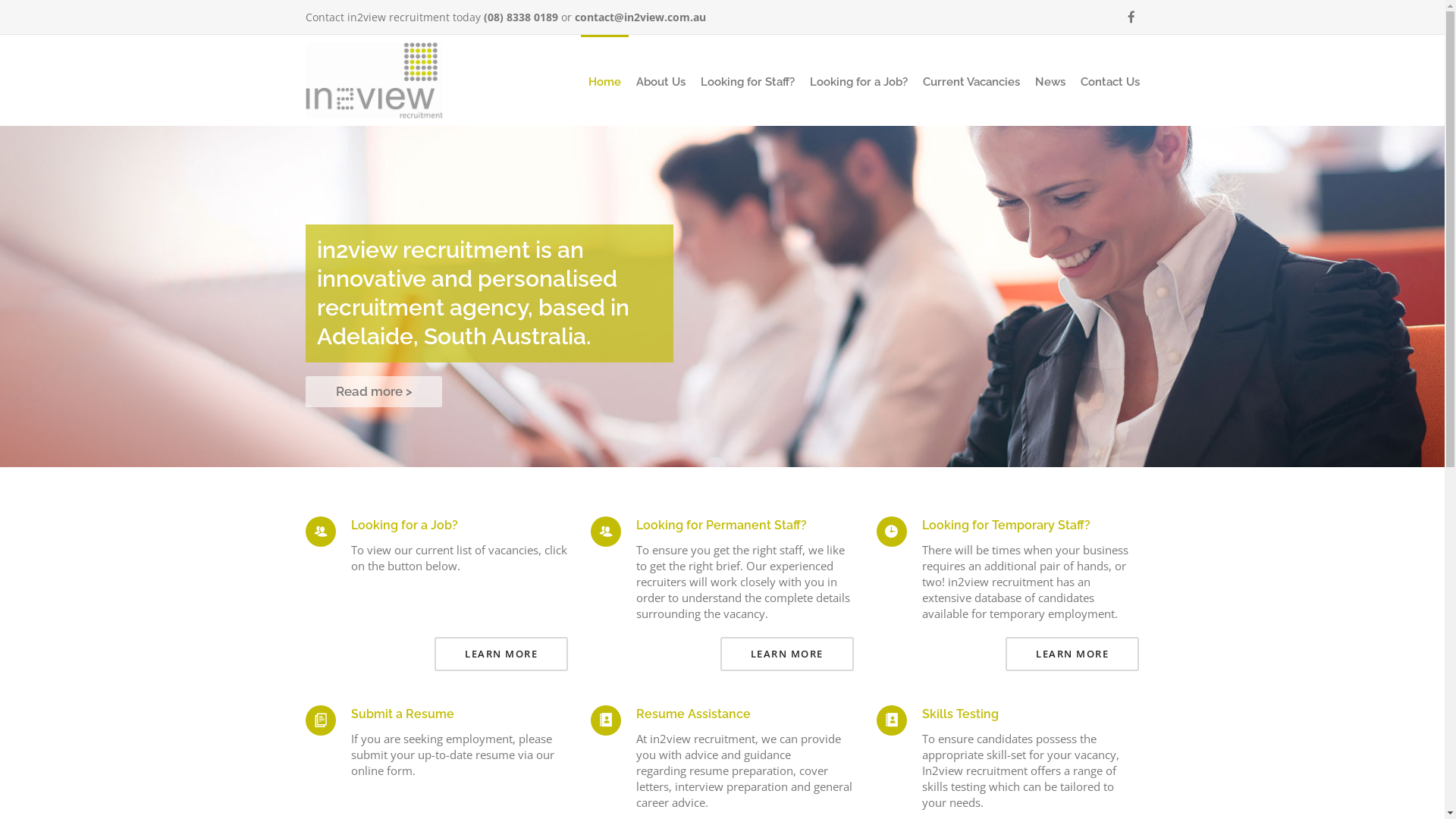 The width and height of the screenshot is (1456, 819). What do you see at coordinates (747, 82) in the screenshot?
I see `'Looking for Staff?'` at bounding box center [747, 82].